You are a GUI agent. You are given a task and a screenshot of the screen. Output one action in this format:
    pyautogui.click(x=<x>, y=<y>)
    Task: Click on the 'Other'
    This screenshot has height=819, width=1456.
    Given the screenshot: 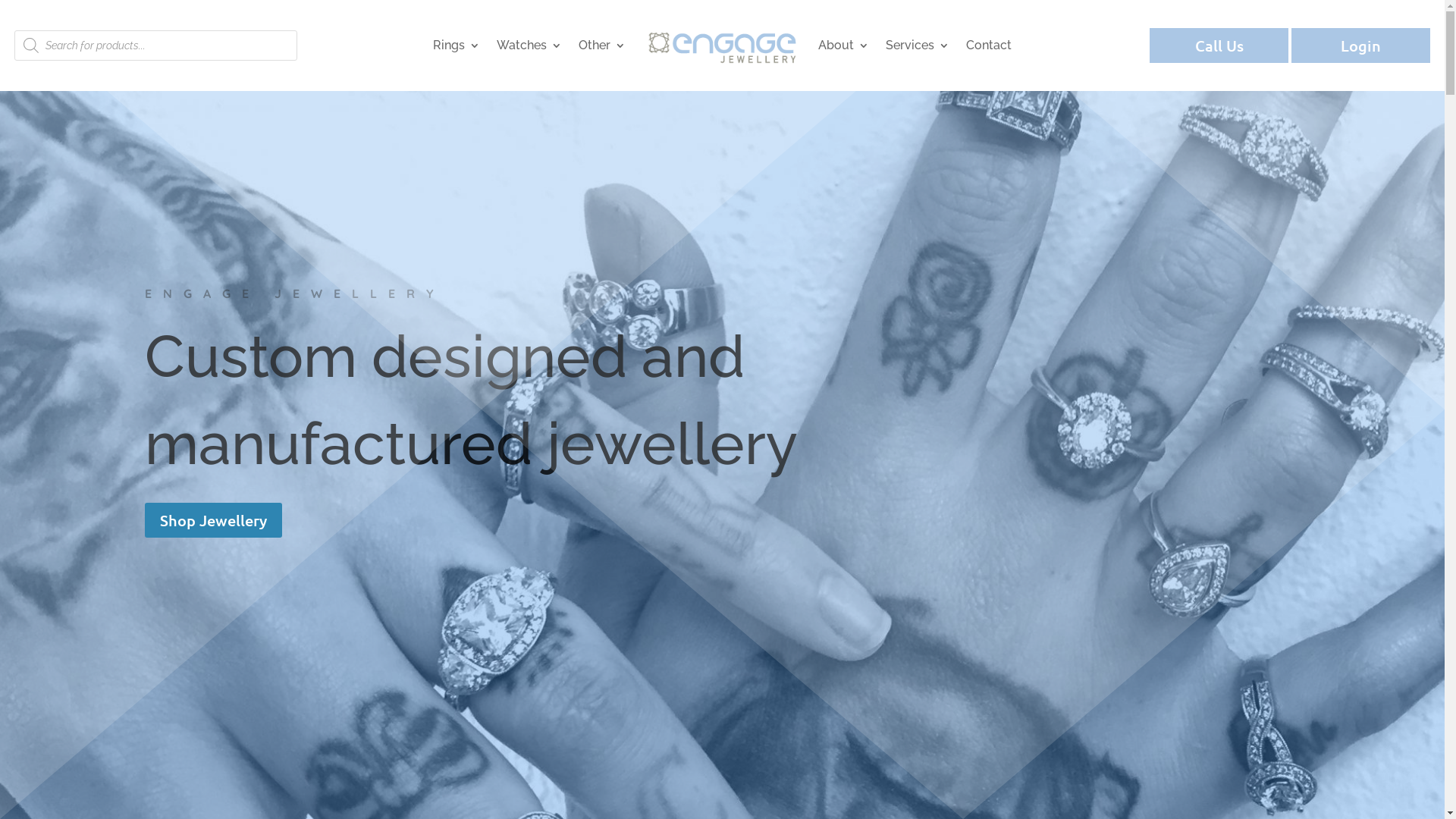 What is the action you would take?
    pyautogui.click(x=601, y=45)
    